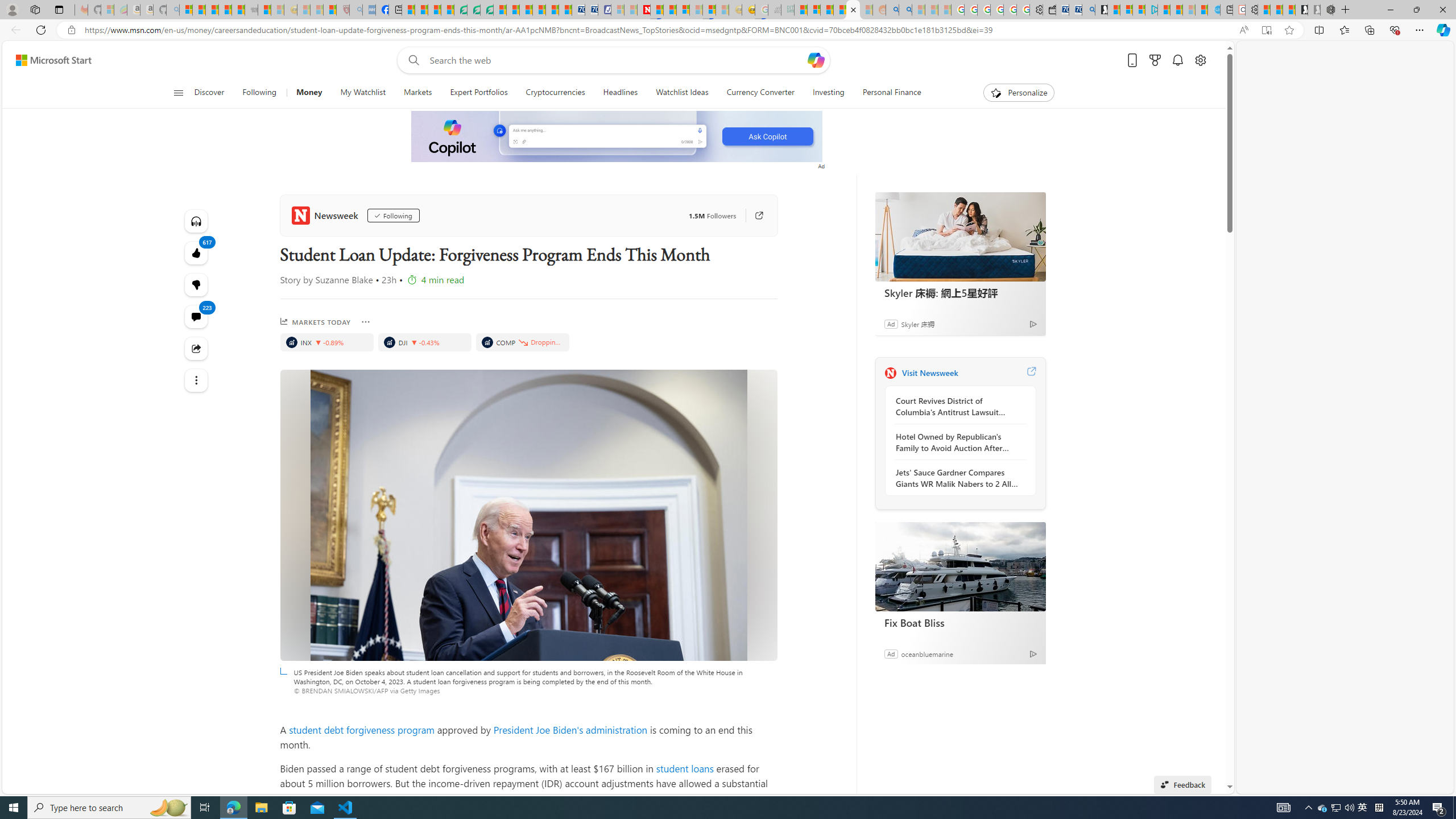 The height and width of the screenshot is (819, 1456). Describe the element at coordinates (1075, 9) in the screenshot. I see `'Cheap Car Rentals - Save70.com'` at that location.